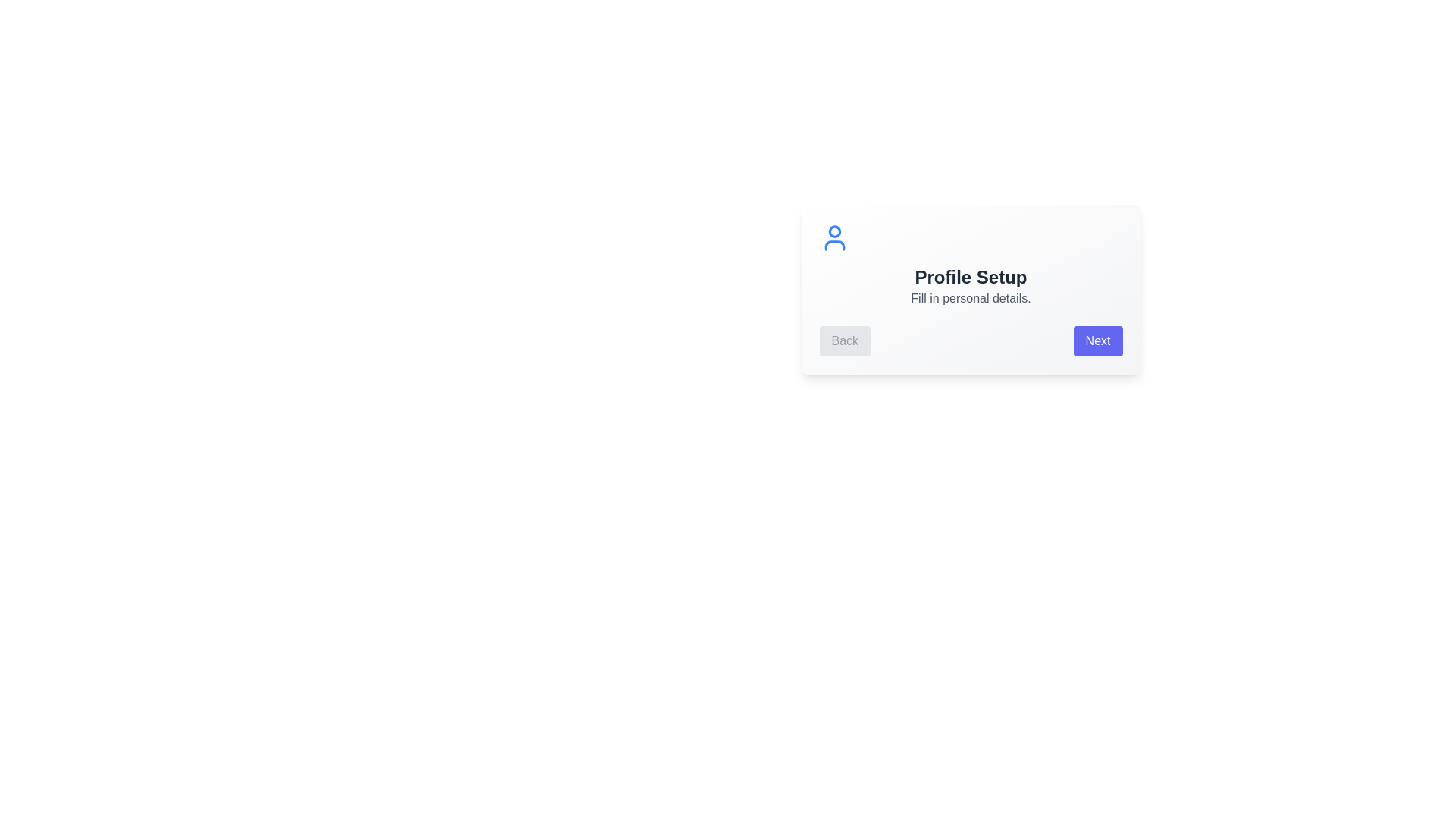 The width and height of the screenshot is (1456, 819). I want to click on the button labeled Back to observe its hover effect, so click(844, 341).